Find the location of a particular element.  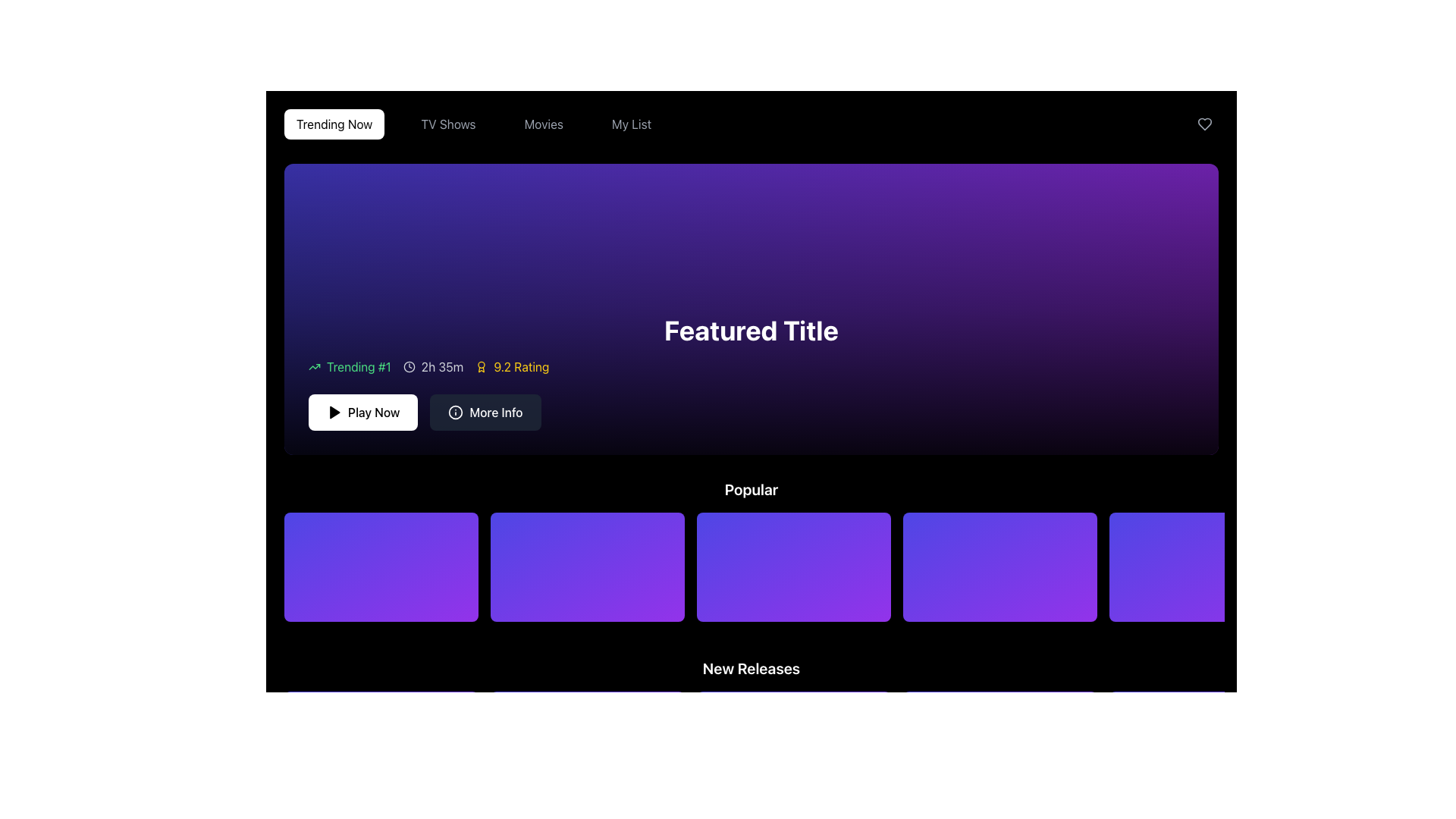

the first Media Thumbnail card in the 'Popular' section, which has a gradient background from purple to blue, to observe animations or tooltips is located at coordinates (381, 567).